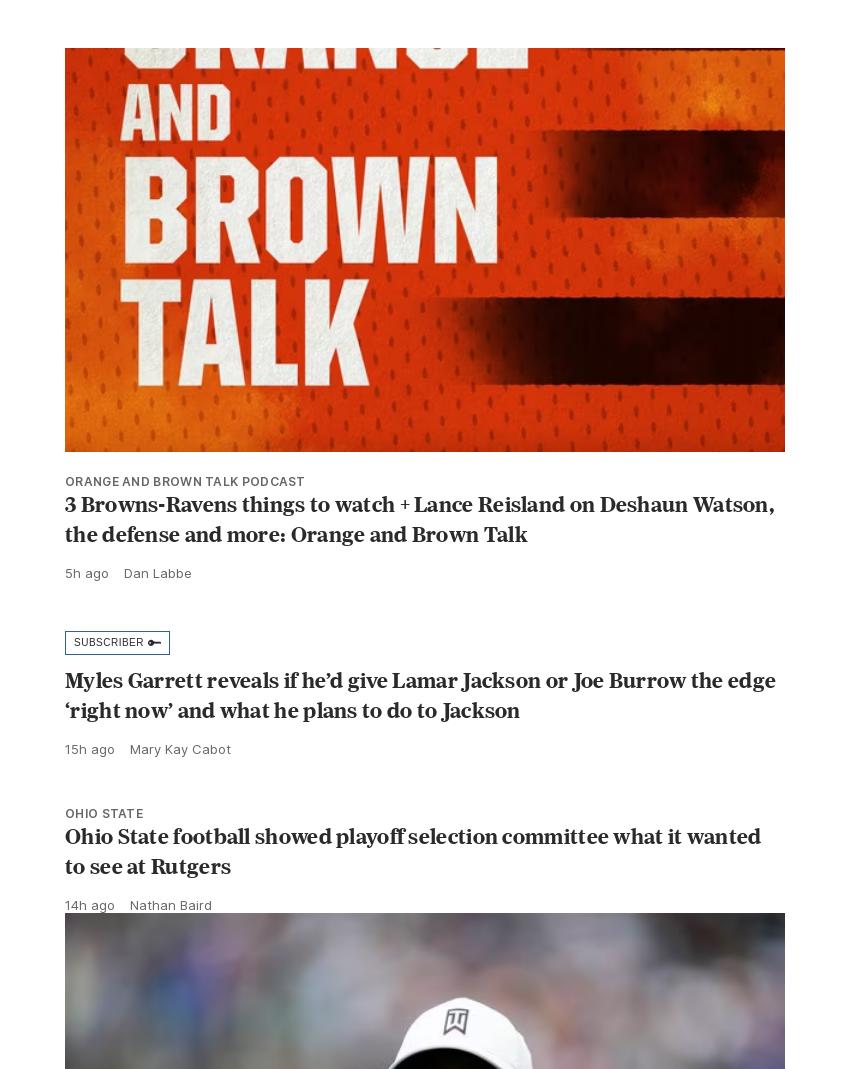 This screenshot has height=1069, width=850. What do you see at coordinates (170, 947) in the screenshot?
I see `'Nathan Baird'` at bounding box center [170, 947].